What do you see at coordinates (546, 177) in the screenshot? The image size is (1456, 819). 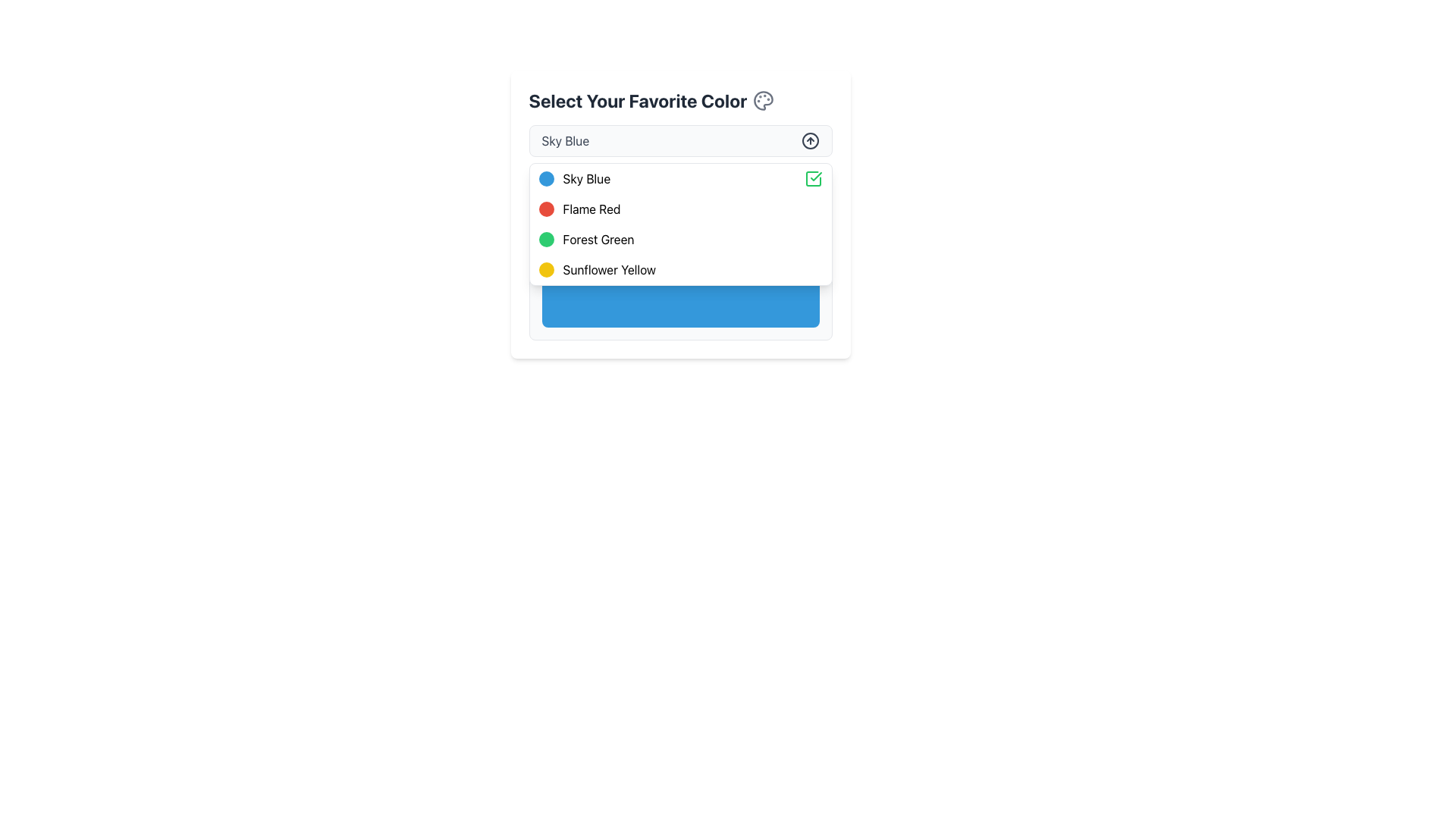 I see `the Color Indicator representing the color 'Sky Blue' within the dropdown menu` at bounding box center [546, 177].